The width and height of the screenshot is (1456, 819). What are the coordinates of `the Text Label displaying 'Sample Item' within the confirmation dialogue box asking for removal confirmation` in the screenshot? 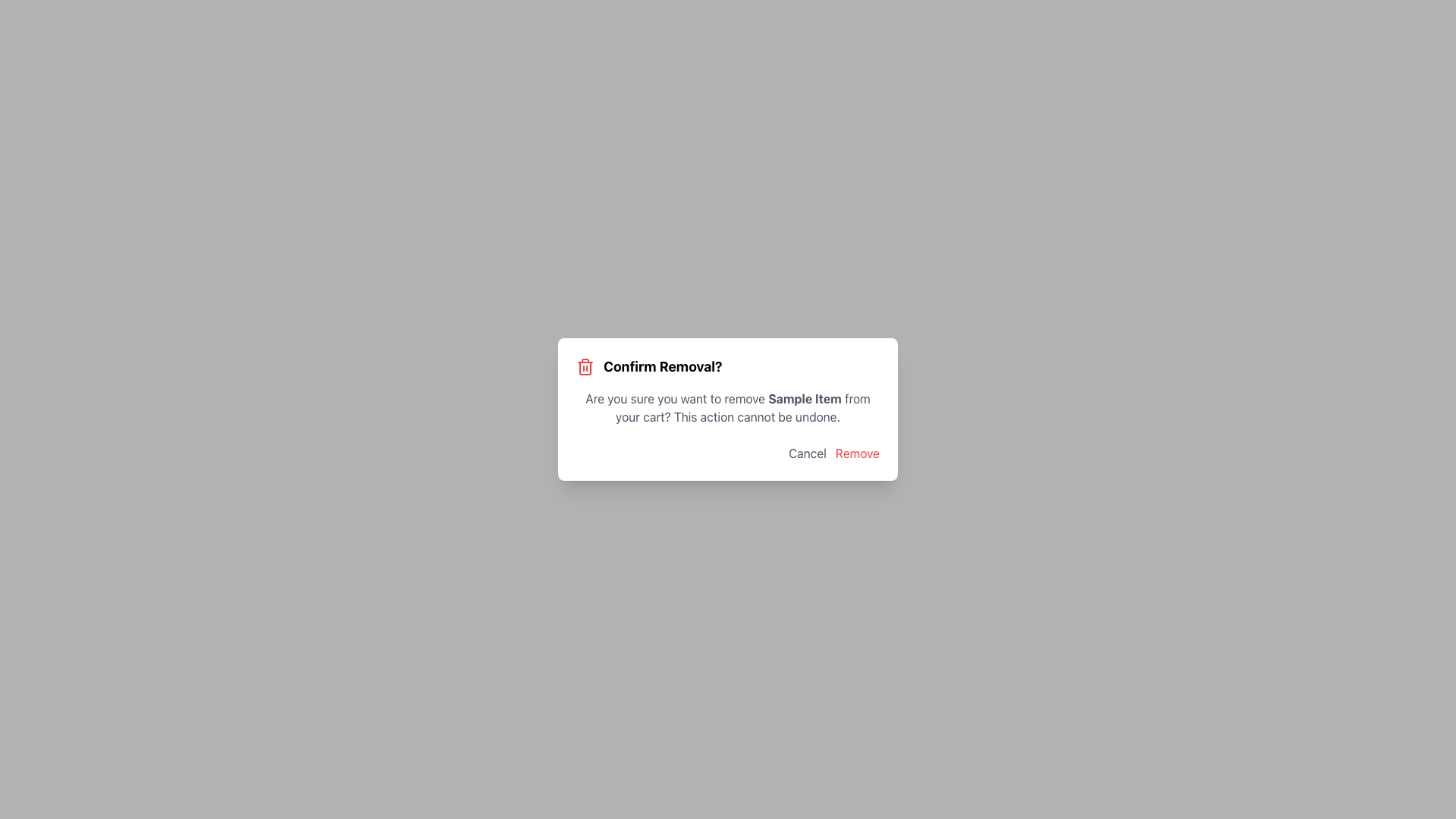 It's located at (804, 397).